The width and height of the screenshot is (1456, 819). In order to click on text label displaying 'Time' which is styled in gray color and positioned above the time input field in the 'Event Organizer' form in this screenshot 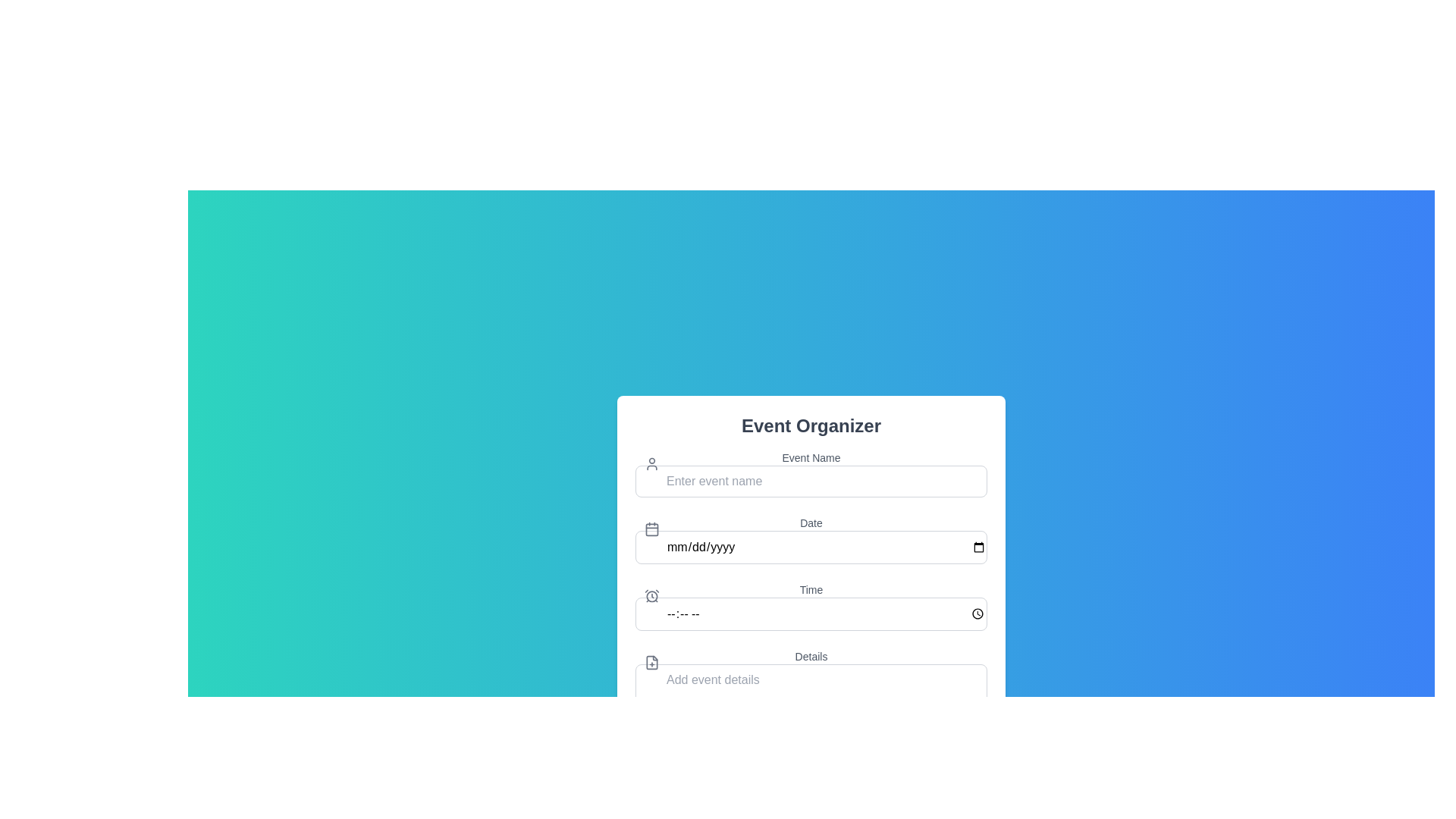, I will do `click(811, 588)`.